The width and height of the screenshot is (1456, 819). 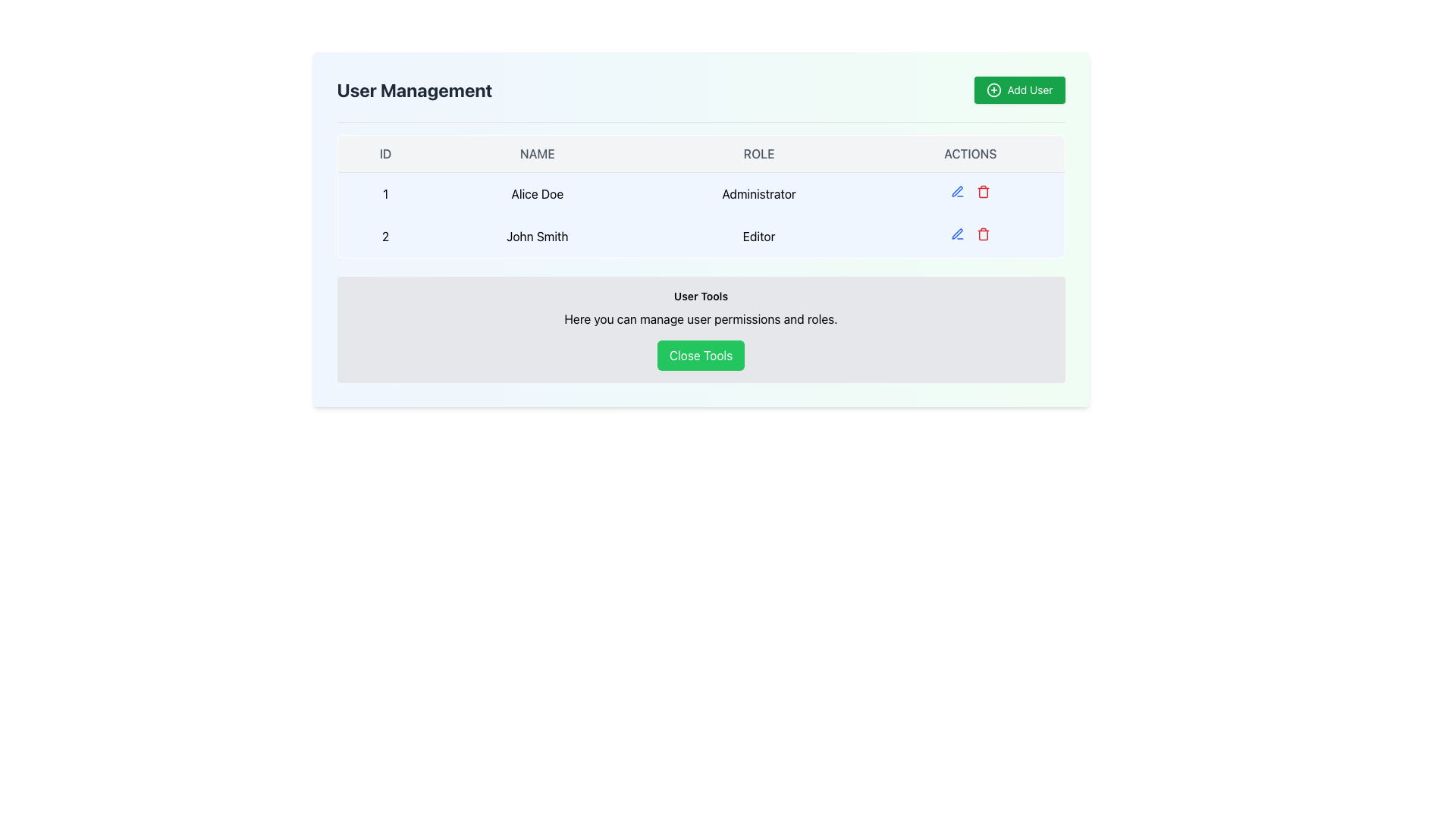 What do you see at coordinates (700, 318) in the screenshot?
I see `the informational text that reads 'Here you can manage user permissions and roles.', which is centered within a light gray background in the lower half of the application interface` at bounding box center [700, 318].